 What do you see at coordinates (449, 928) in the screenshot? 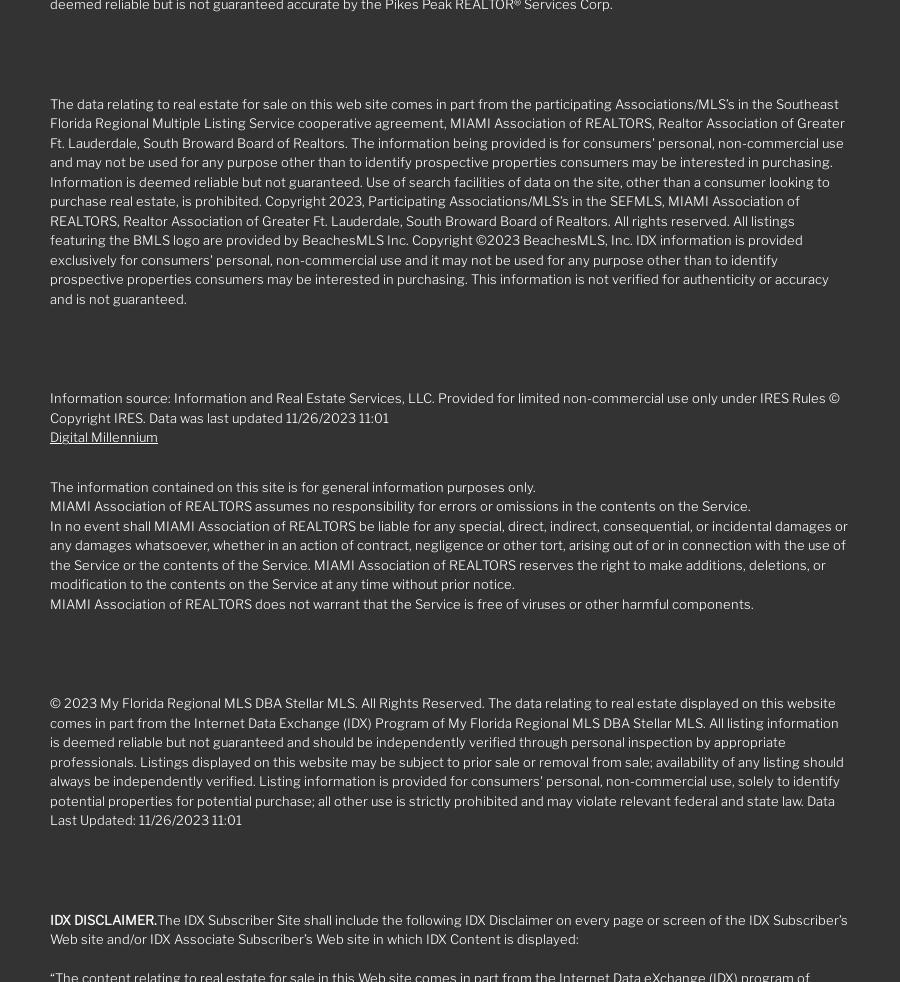
I see `'The IDX Subscriber Site shall include the following IDX Disclaimer on every page or screen of the IDX Subscriber’s Web site and/or IDX Associate Subscriber’s Web site in which IDX Content is displayed:'` at bounding box center [449, 928].